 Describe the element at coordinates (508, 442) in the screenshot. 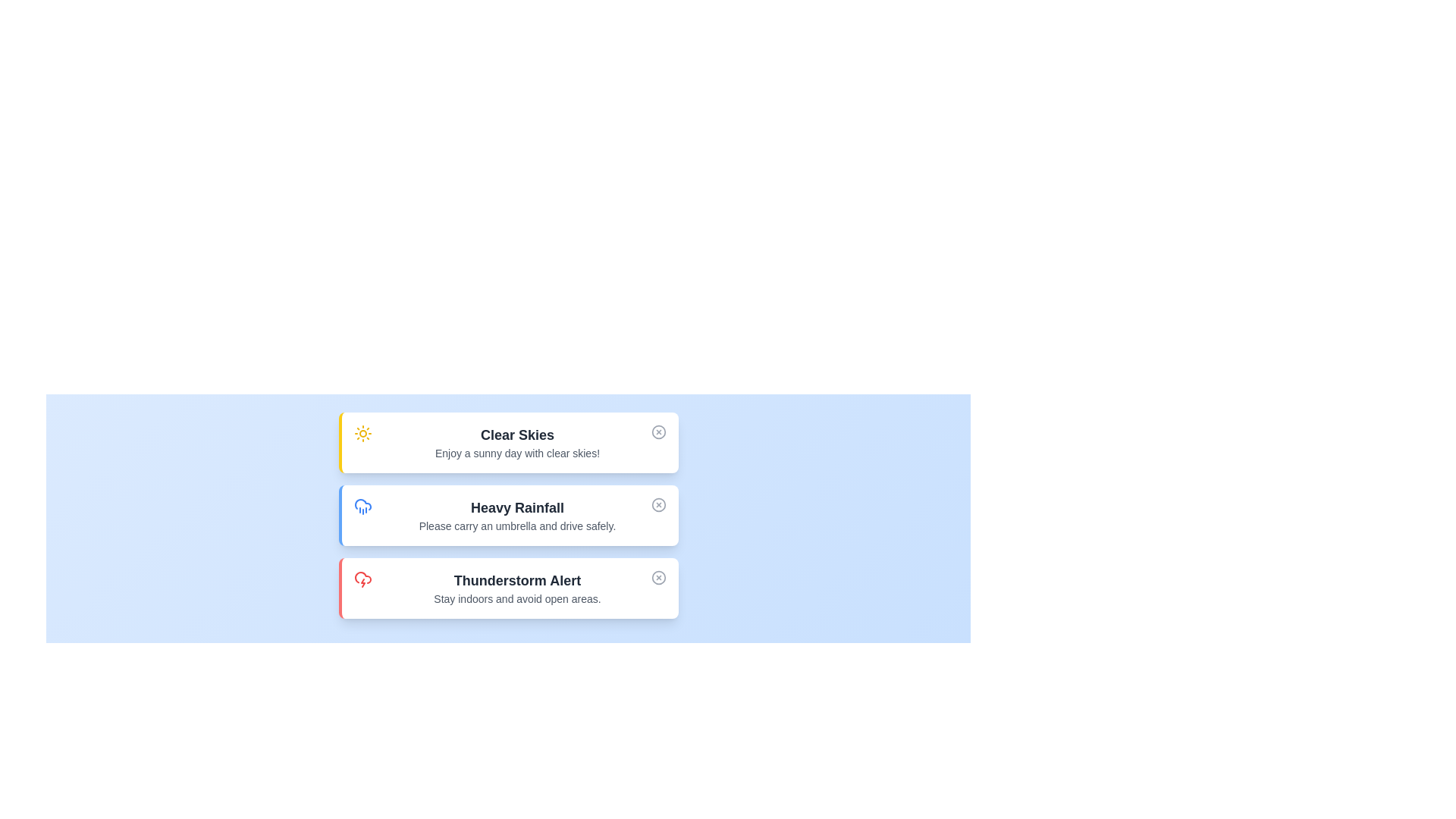

I see `the alert titled 'Clear Skies' to read its details` at that location.